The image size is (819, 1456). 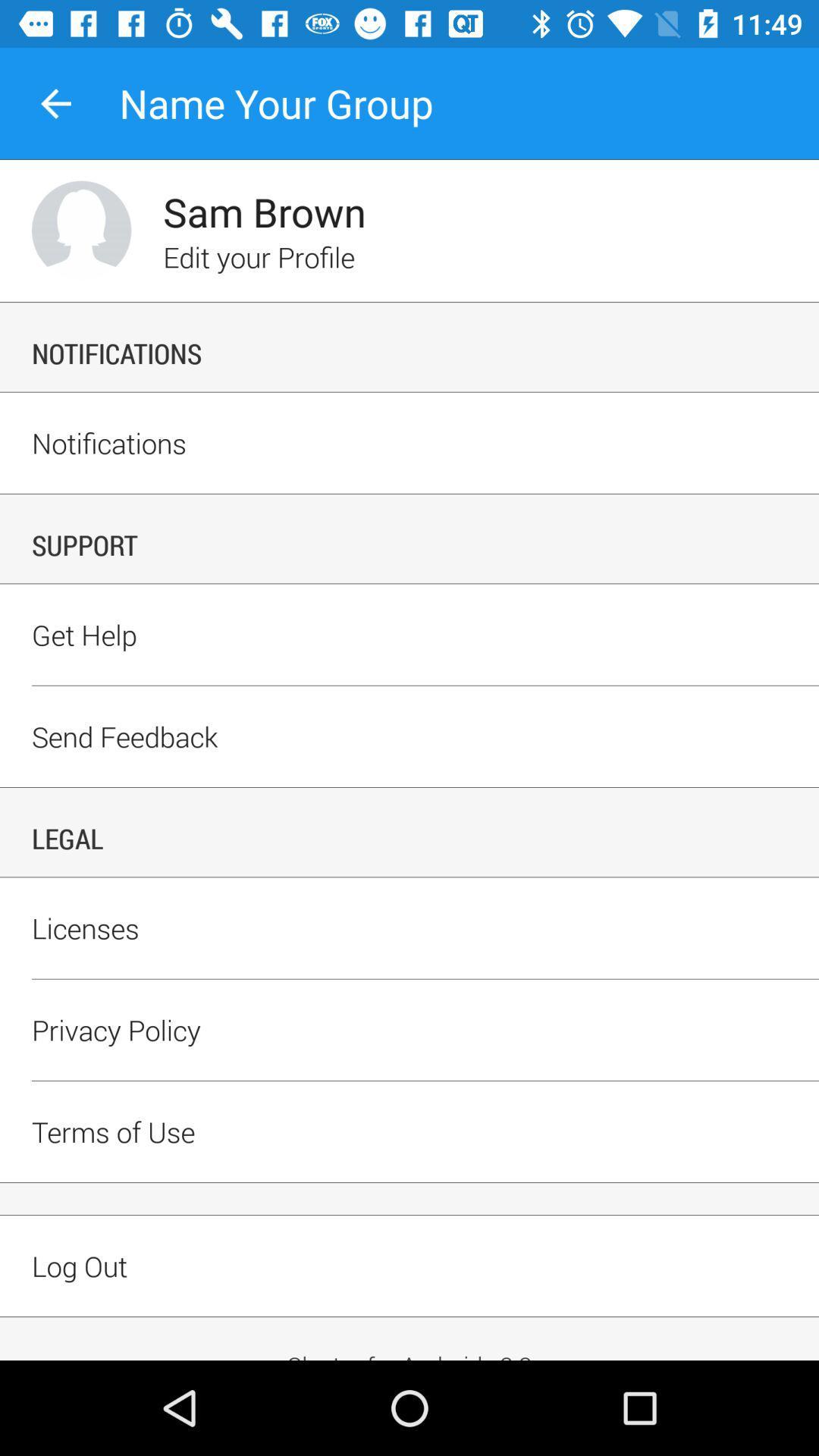 I want to click on log out, so click(x=409, y=1291).